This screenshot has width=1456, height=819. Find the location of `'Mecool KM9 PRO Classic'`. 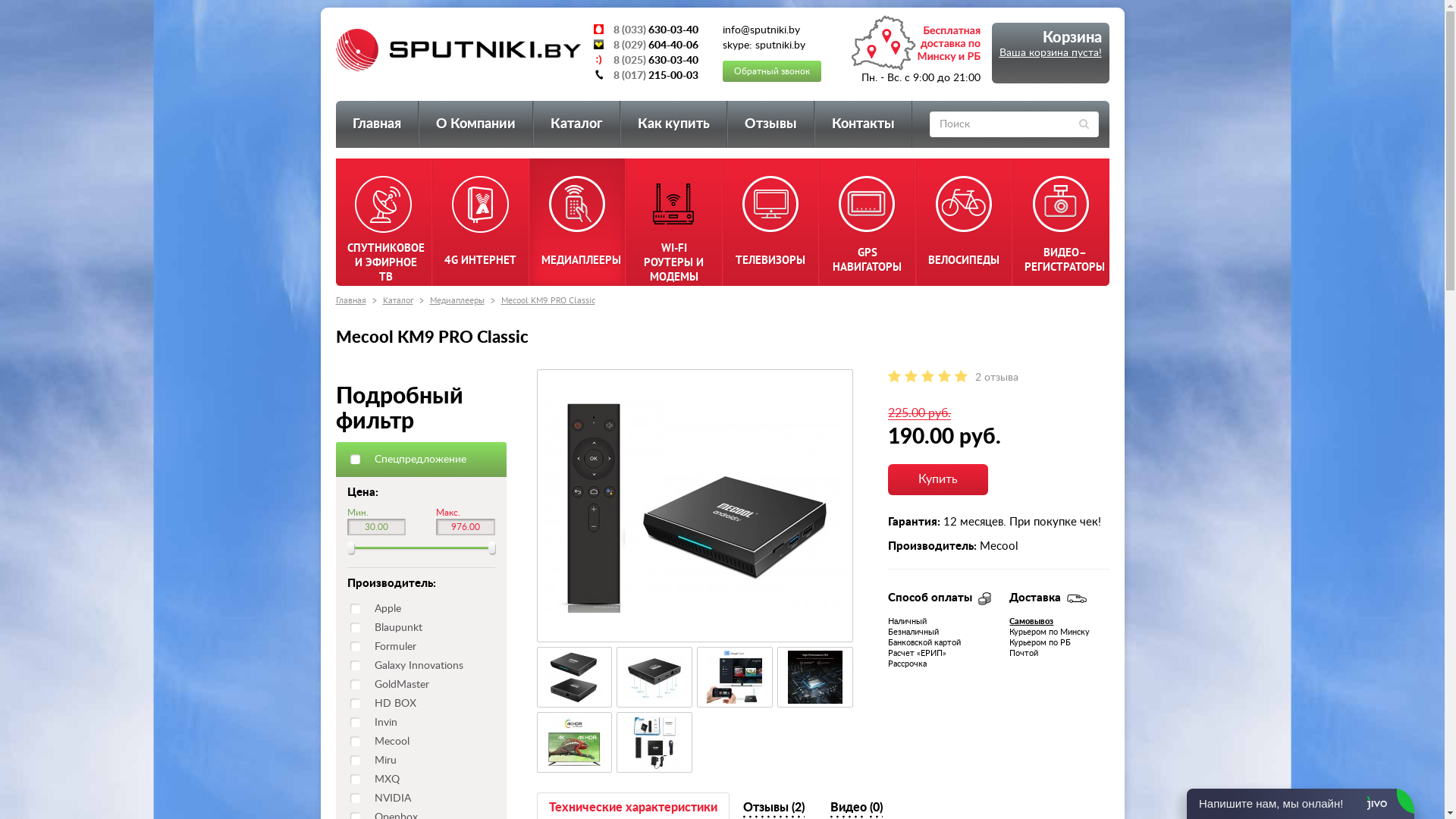

'Mecool KM9 PRO Classic' is located at coordinates (694, 506).